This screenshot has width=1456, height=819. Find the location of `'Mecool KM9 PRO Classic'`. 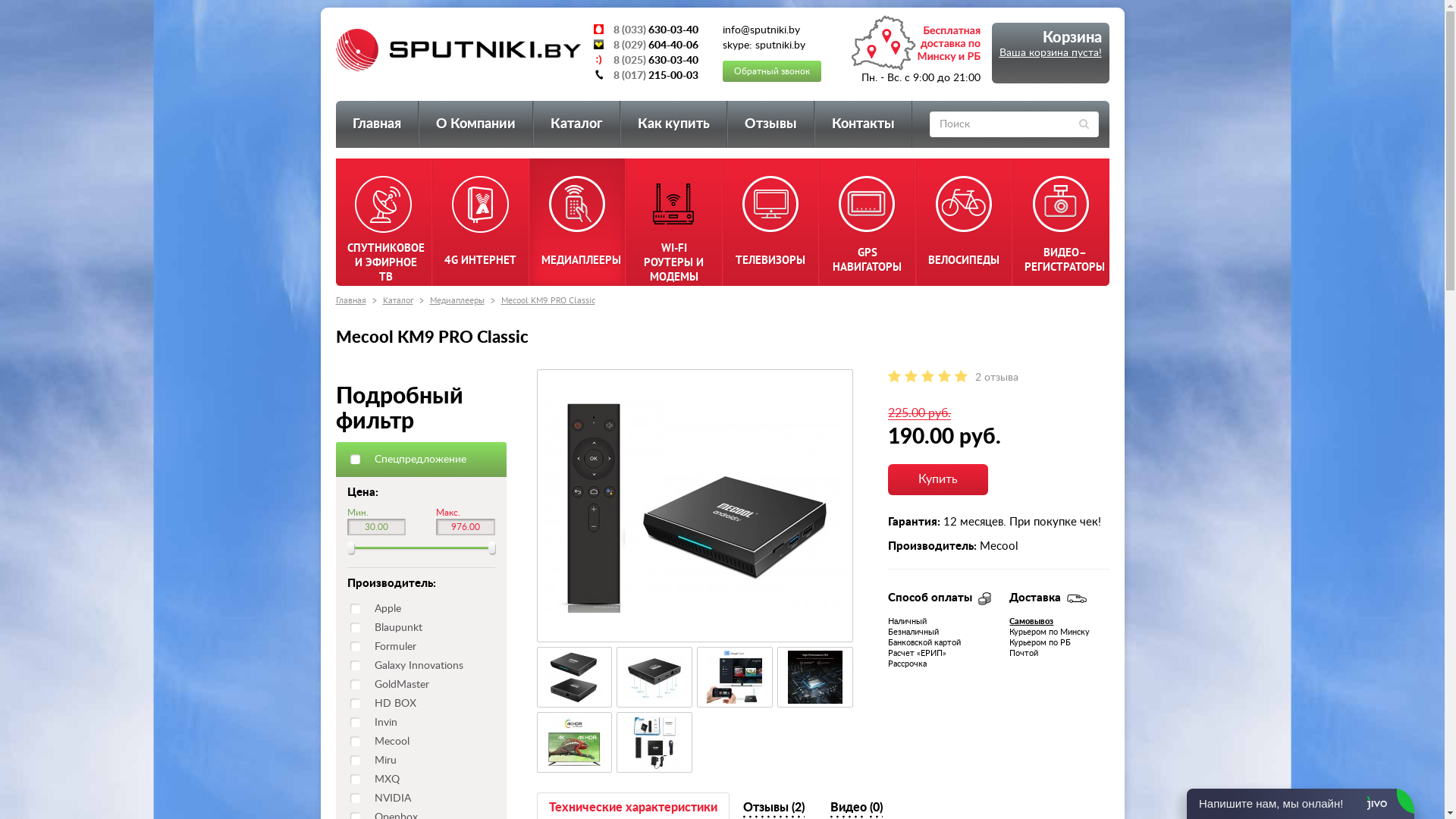

'Mecool KM9 PRO Classic' is located at coordinates (694, 506).